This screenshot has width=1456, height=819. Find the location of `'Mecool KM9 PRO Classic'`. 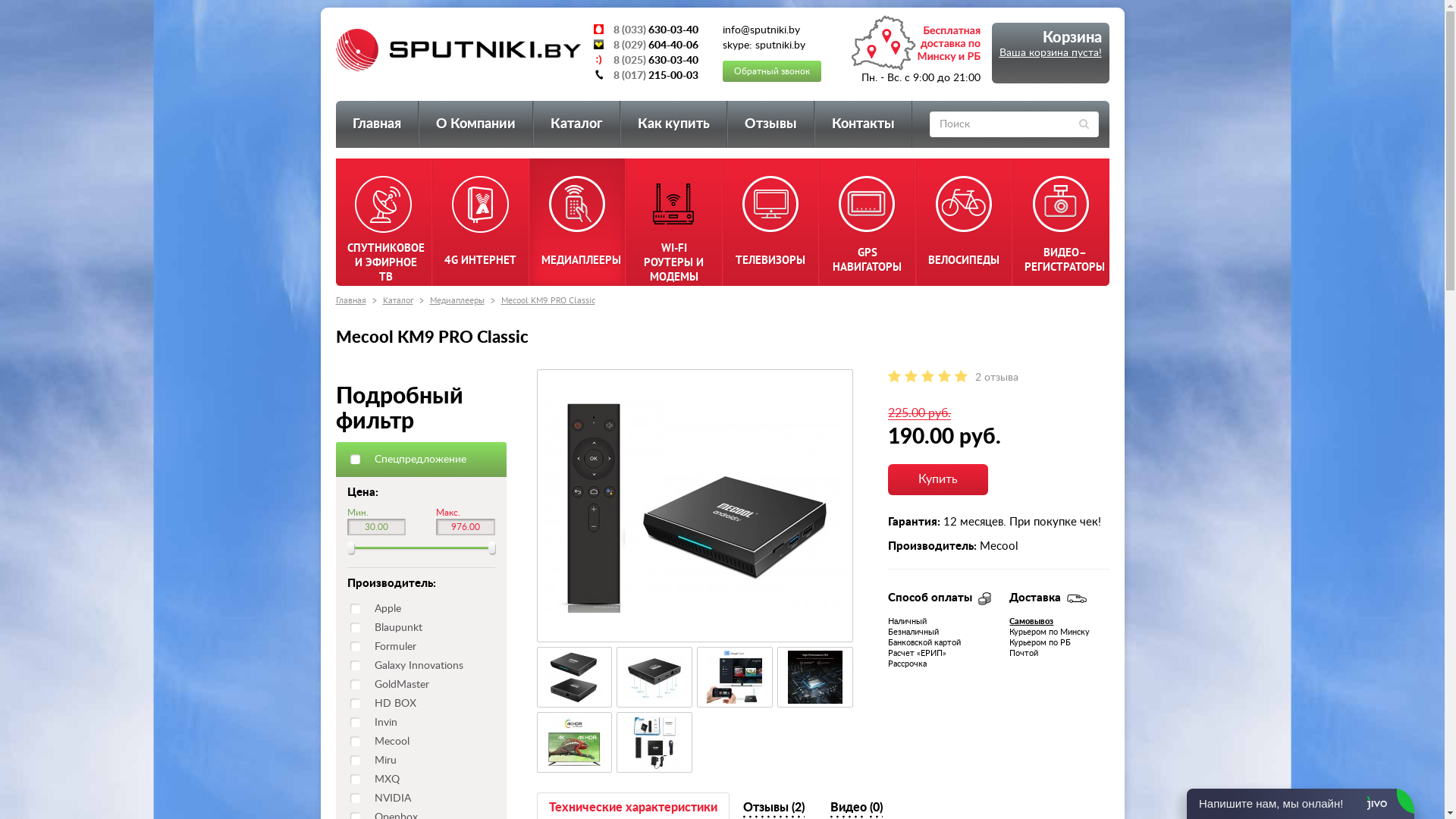

'Mecool KM9 PRO Classic' is located at coordinates (694, 506).